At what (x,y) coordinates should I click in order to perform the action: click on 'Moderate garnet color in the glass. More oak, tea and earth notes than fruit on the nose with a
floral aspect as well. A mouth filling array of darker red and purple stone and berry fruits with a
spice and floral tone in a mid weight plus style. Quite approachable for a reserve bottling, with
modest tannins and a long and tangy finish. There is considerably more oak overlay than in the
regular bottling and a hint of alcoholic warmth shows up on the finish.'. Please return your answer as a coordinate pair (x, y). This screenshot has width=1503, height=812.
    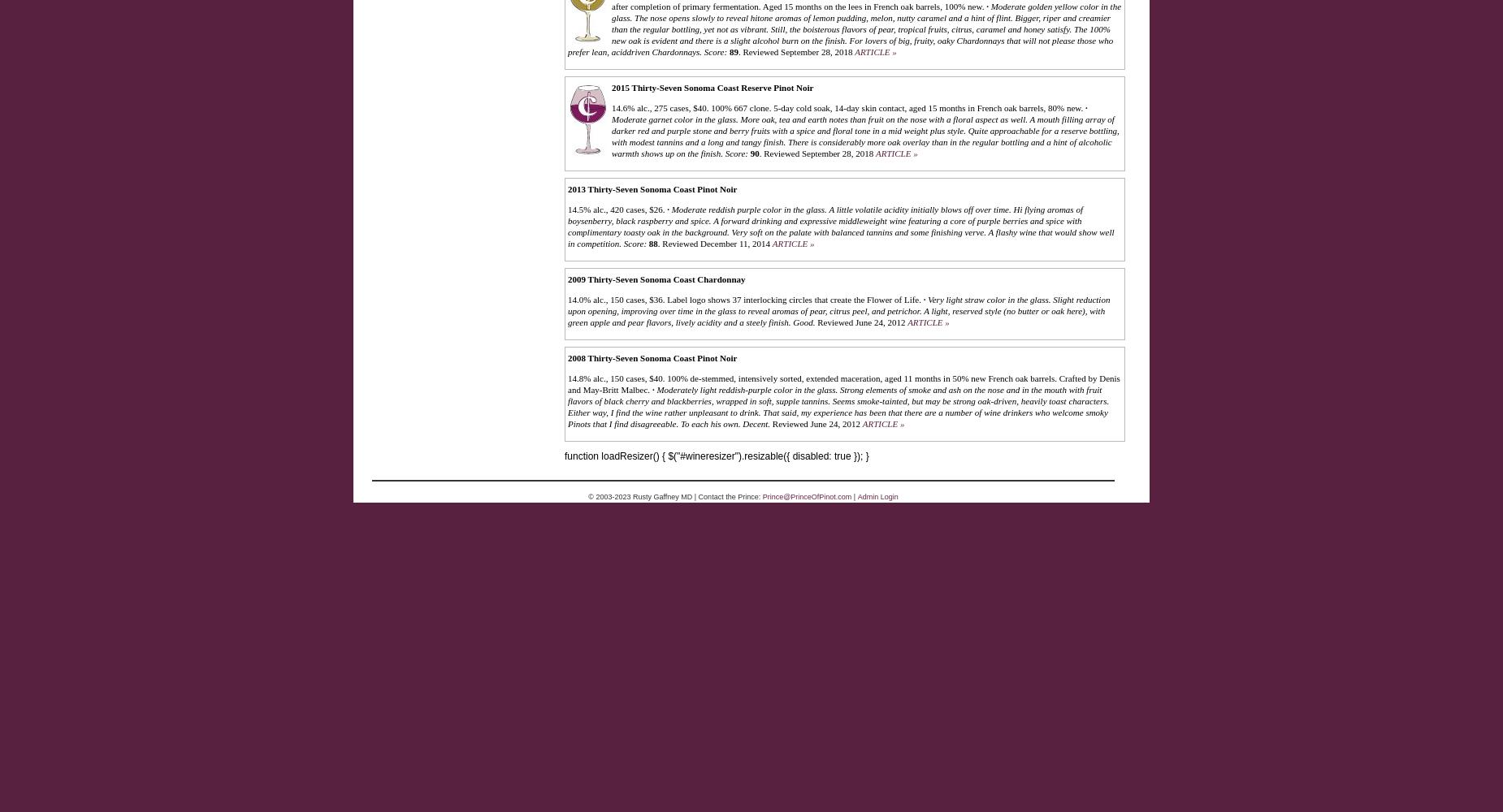
    Looking at the image, I should click on (864, 136).